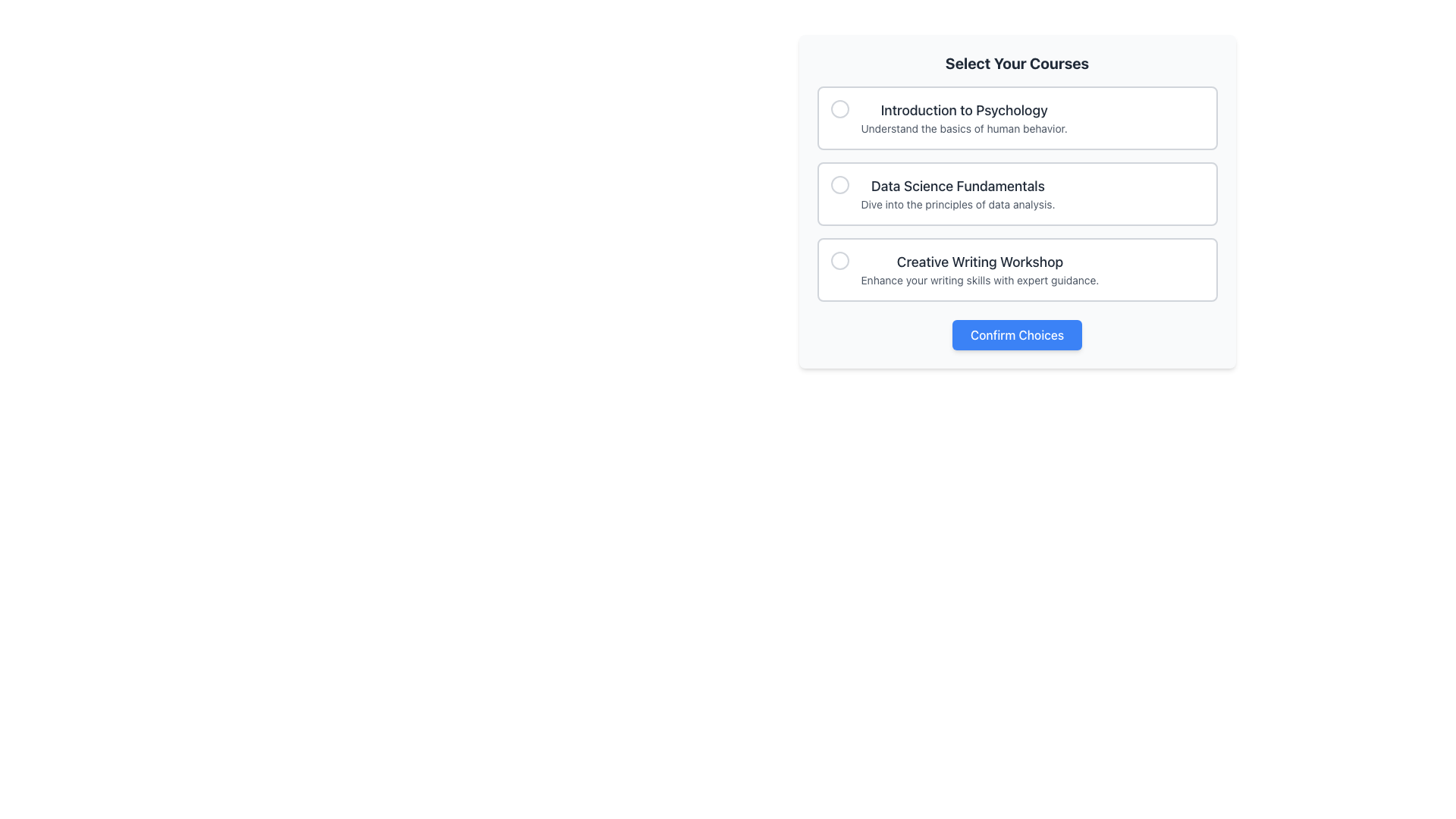 The image size is (1456, 819). What do you see at coordinates (957, 186) in the screenshot?
I see `the Text Display element that serves as the title for one of the course options, located in the second card below the heading 'Select Your Courses'` at bounding box center [957, 186].